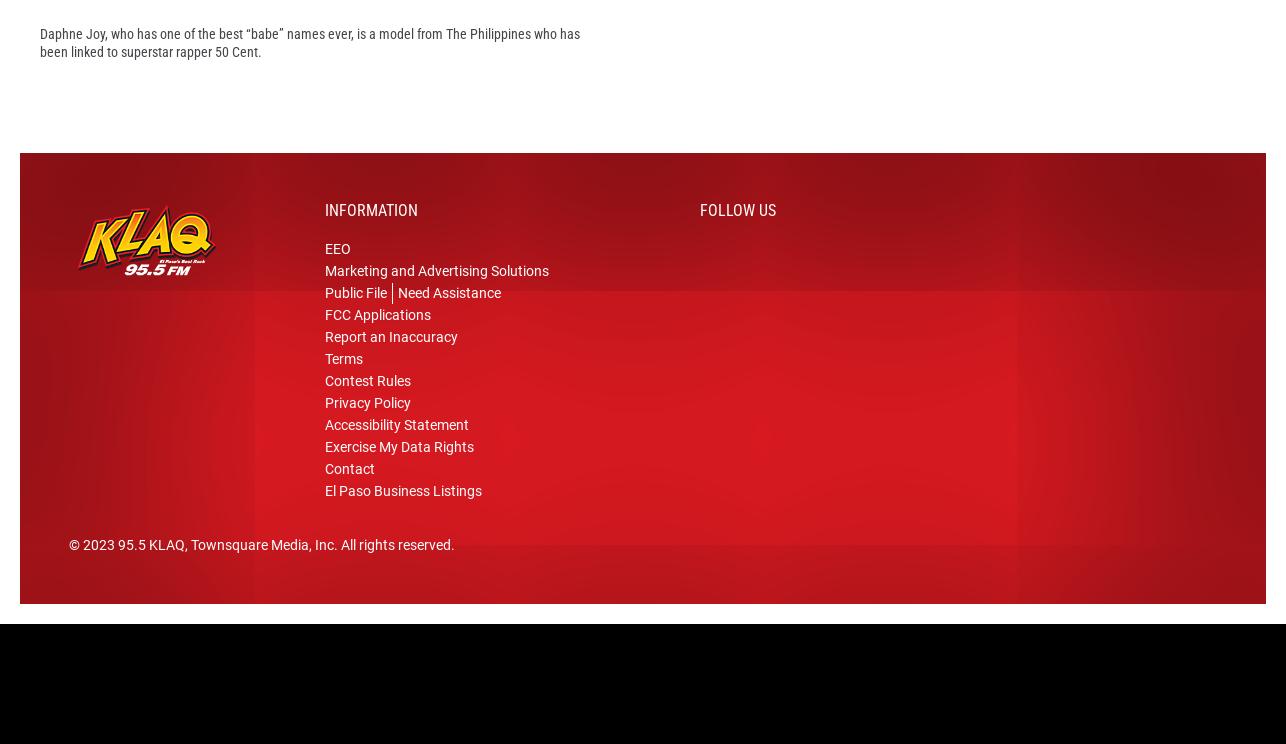  I want to click on 'El Paso Business Listings', so click(323, 521).